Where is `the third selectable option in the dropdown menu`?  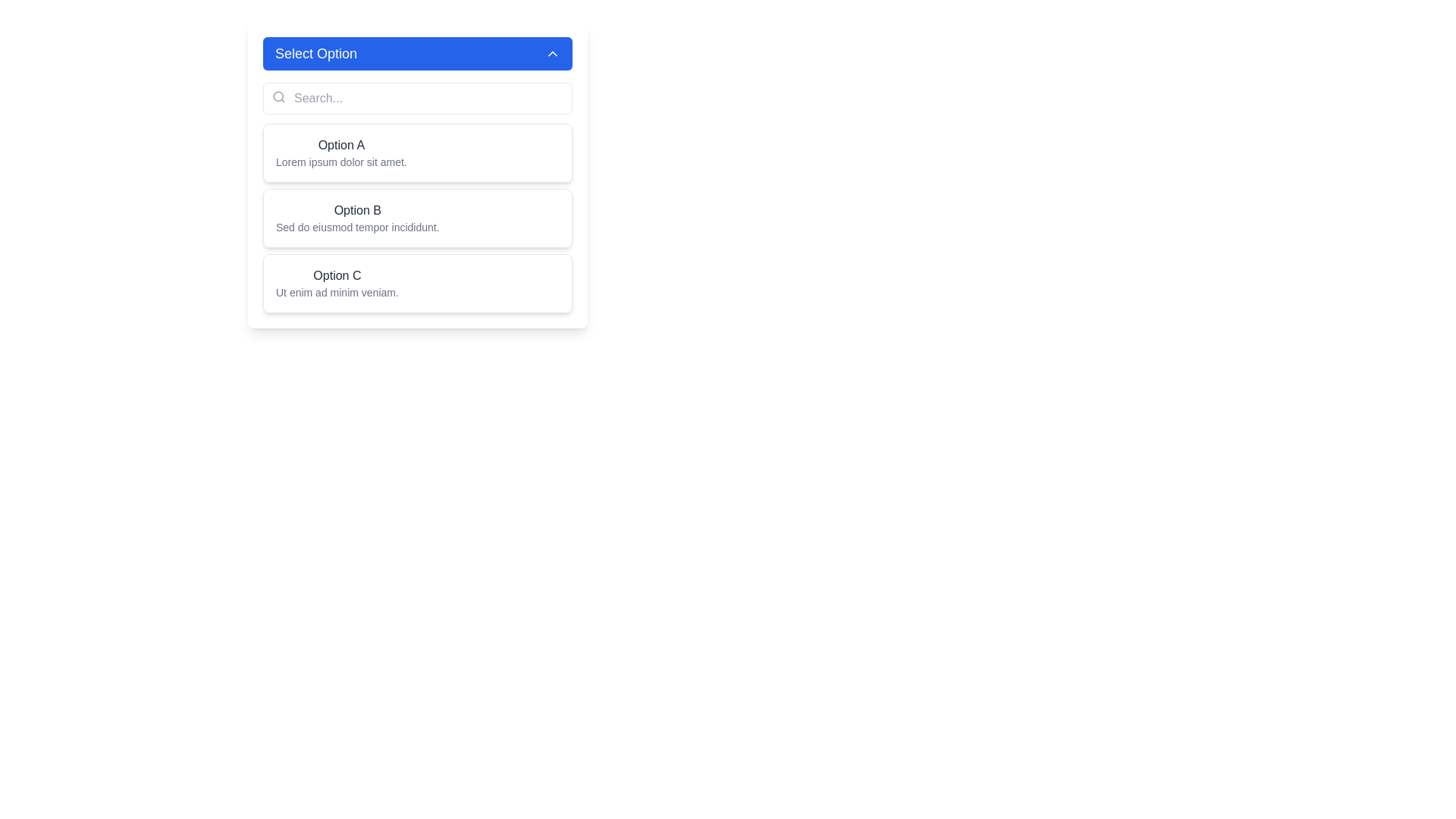 the third selectable option in the dropdown menu is located at coordinates (418, 284).